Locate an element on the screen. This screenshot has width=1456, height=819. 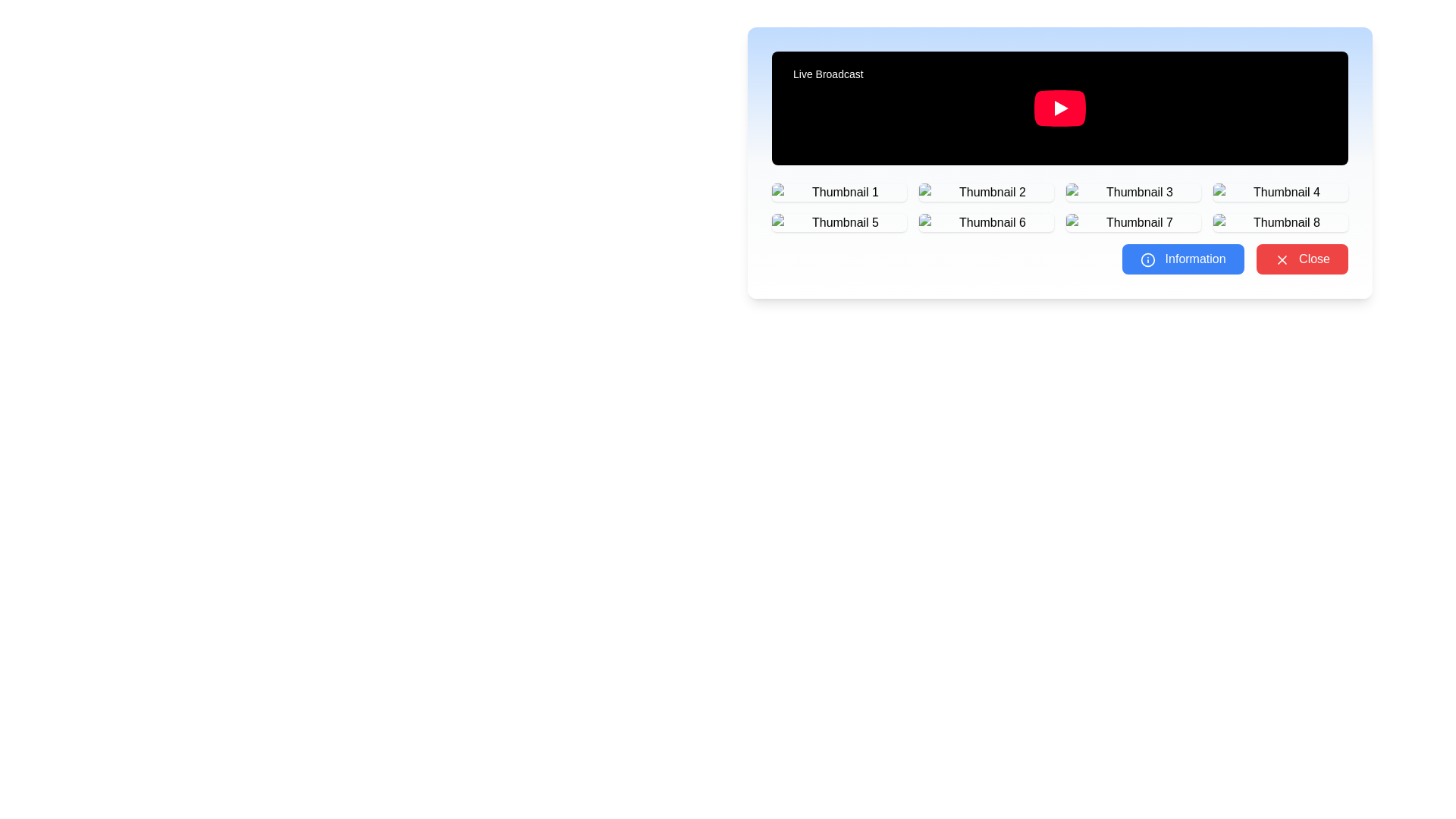
the closure vector icon located inside the 'Close' button, which is a red button positioned at the bottom-right of the interface is located at coordinates (1281, 259).